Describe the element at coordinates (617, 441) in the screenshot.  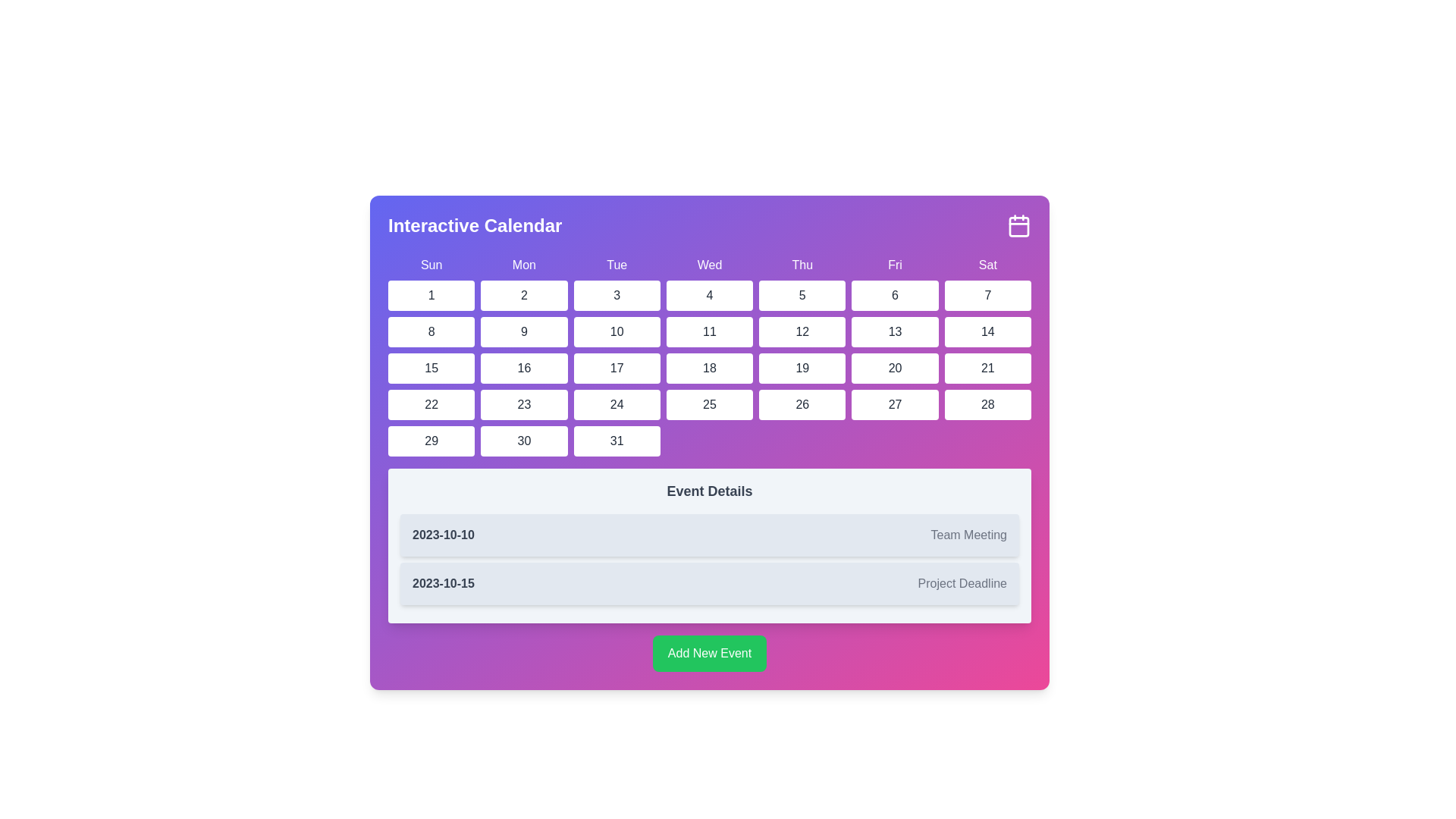
I see `the rounded button displaying the text '31', located in the bottom-right corner of the calendar grid, beneath the 'Tue' column header` at that location.